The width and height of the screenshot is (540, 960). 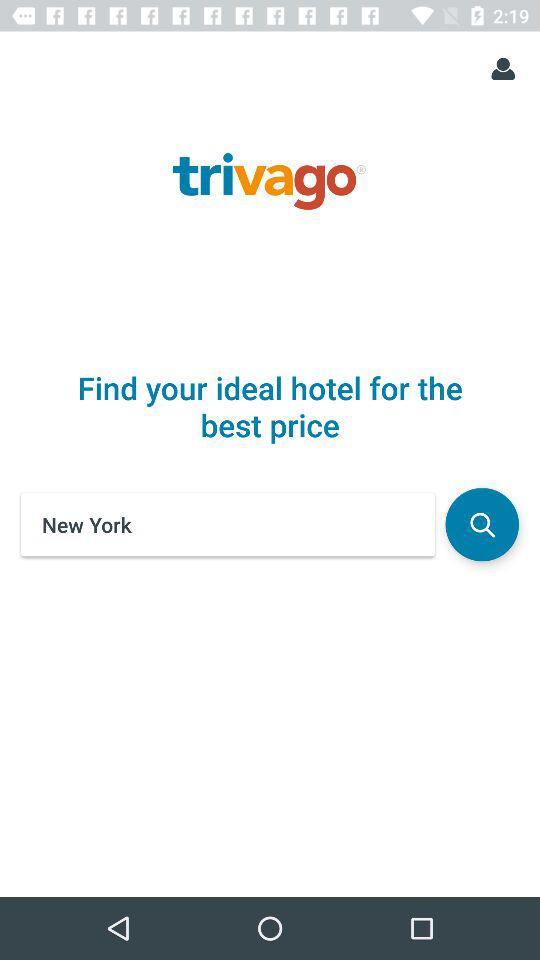 I want to click on the icon below find your ideal icon, so click(x=481, y=523).